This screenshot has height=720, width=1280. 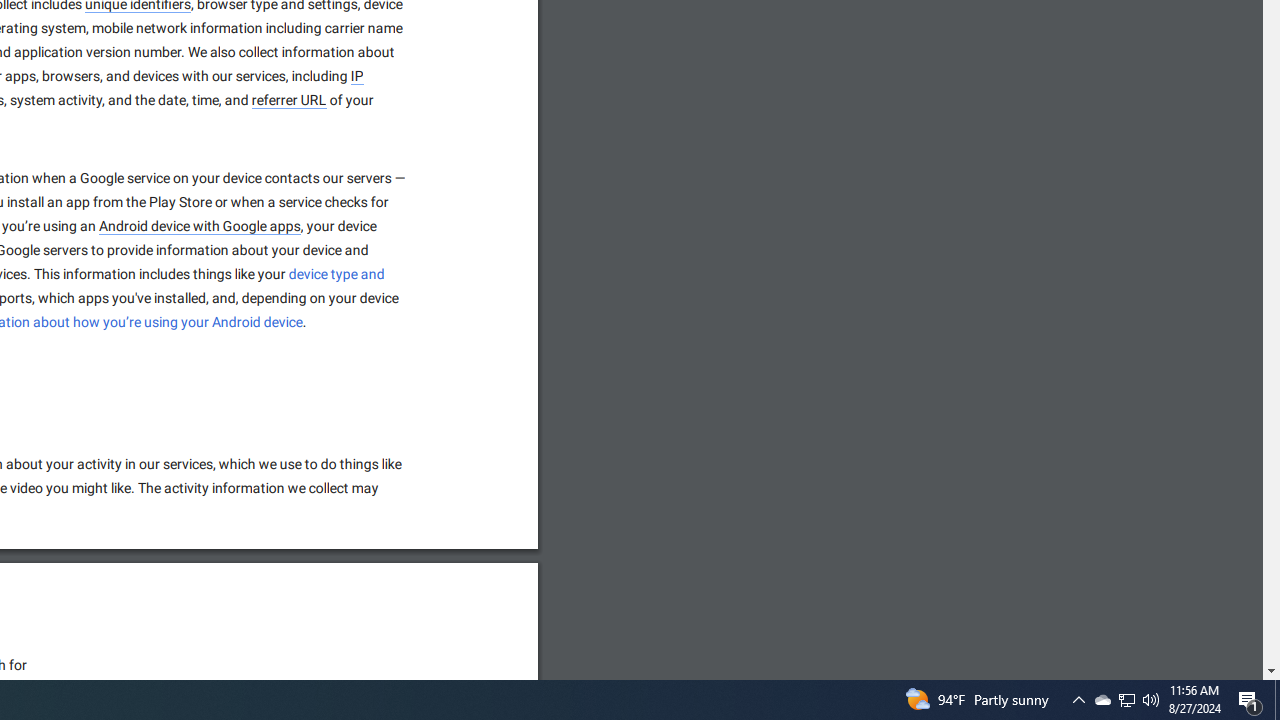 What do you see at coordinates (288, 101) in the screenshot?
I see `'referrer URL'` at bounding box center [288, 101].